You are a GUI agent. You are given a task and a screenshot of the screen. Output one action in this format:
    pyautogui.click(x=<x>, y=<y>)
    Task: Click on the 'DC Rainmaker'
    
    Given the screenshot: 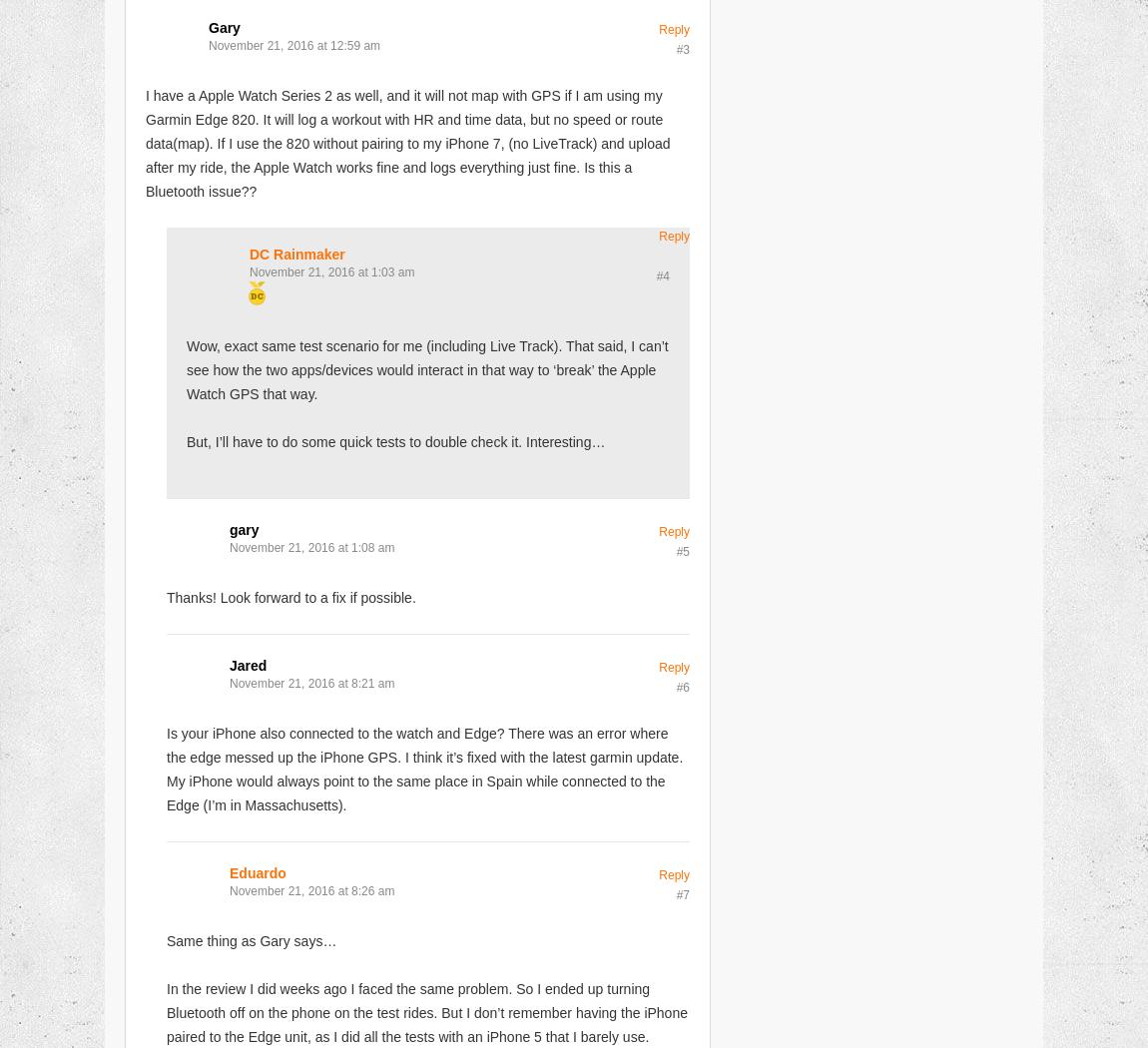 What is the action you would take?
    pyautogui.click(x=296, y=253)
    